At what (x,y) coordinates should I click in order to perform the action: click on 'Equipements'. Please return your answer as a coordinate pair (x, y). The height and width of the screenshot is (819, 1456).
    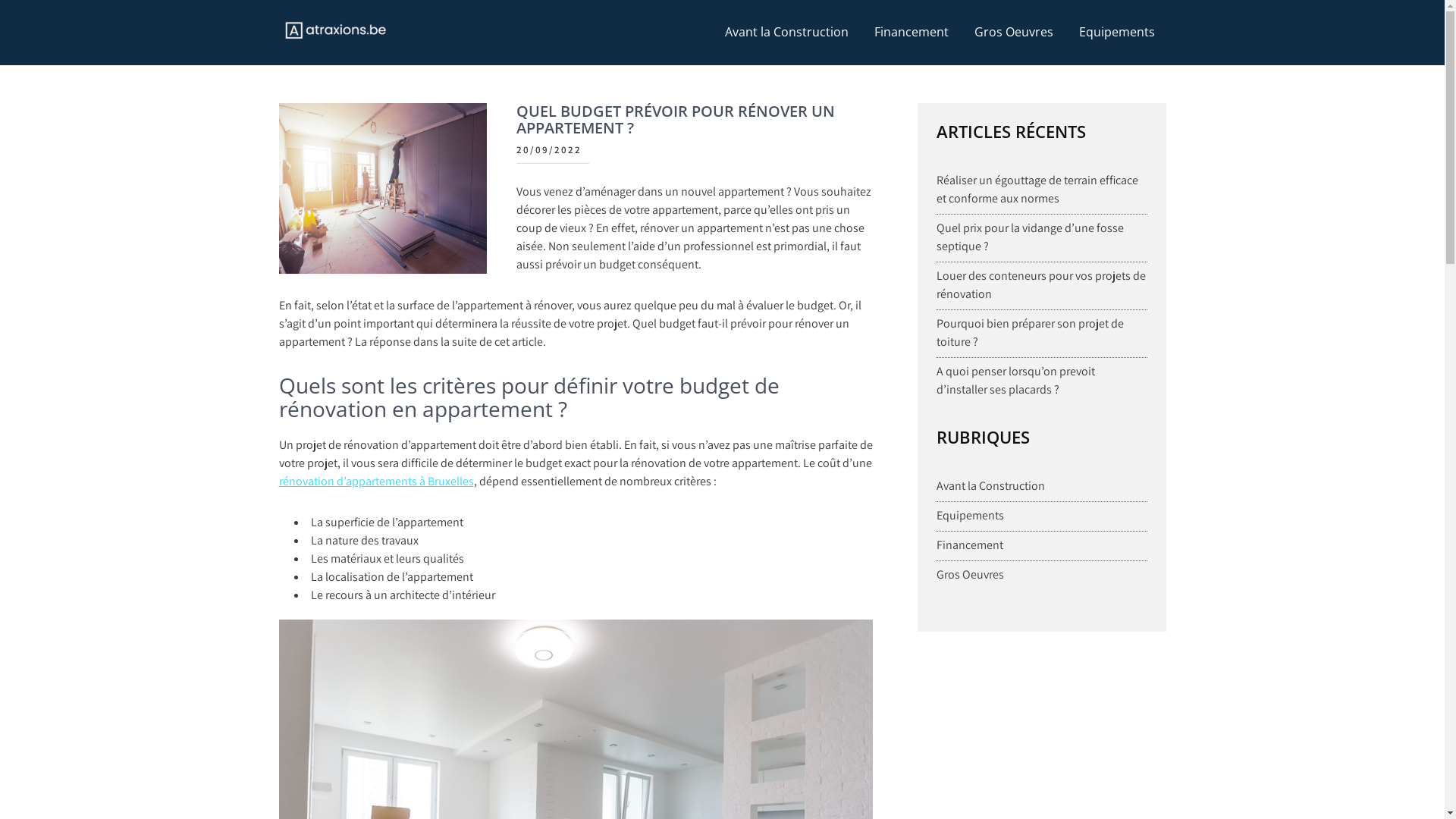
    Looking at the image, I should click on (1066, 32).